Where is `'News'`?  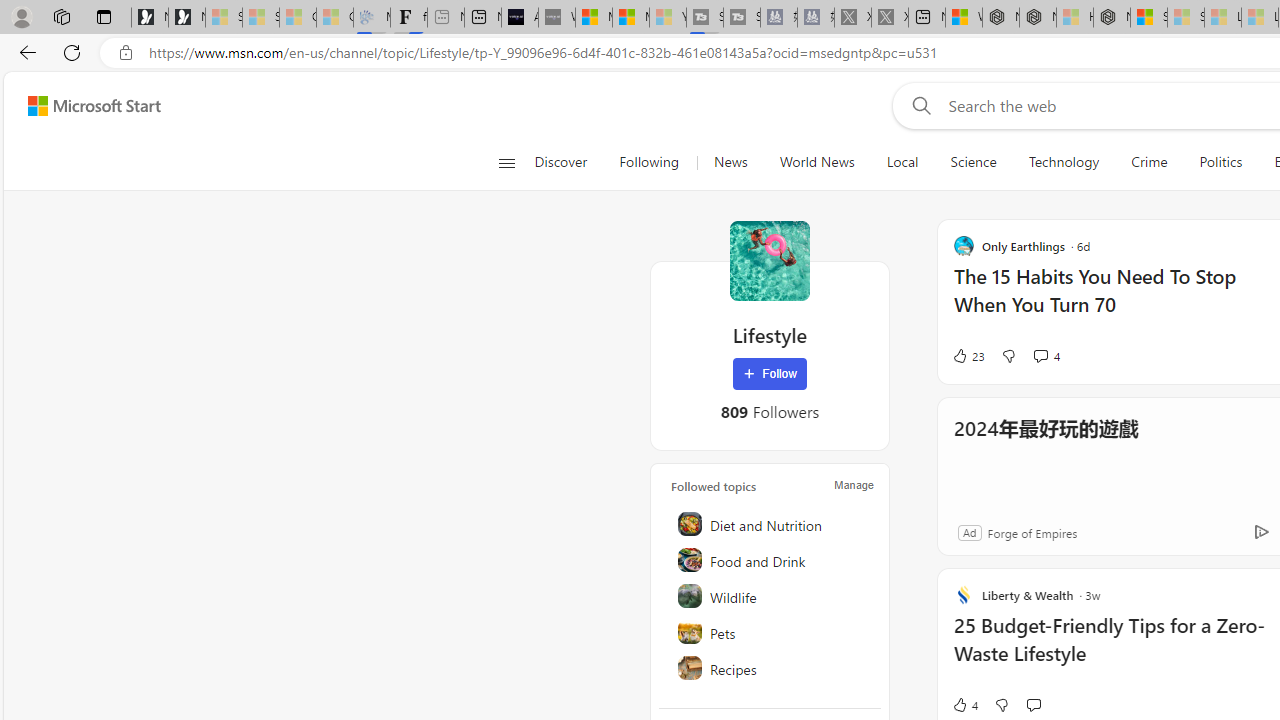
'News' is located at coordinates (729, 162).